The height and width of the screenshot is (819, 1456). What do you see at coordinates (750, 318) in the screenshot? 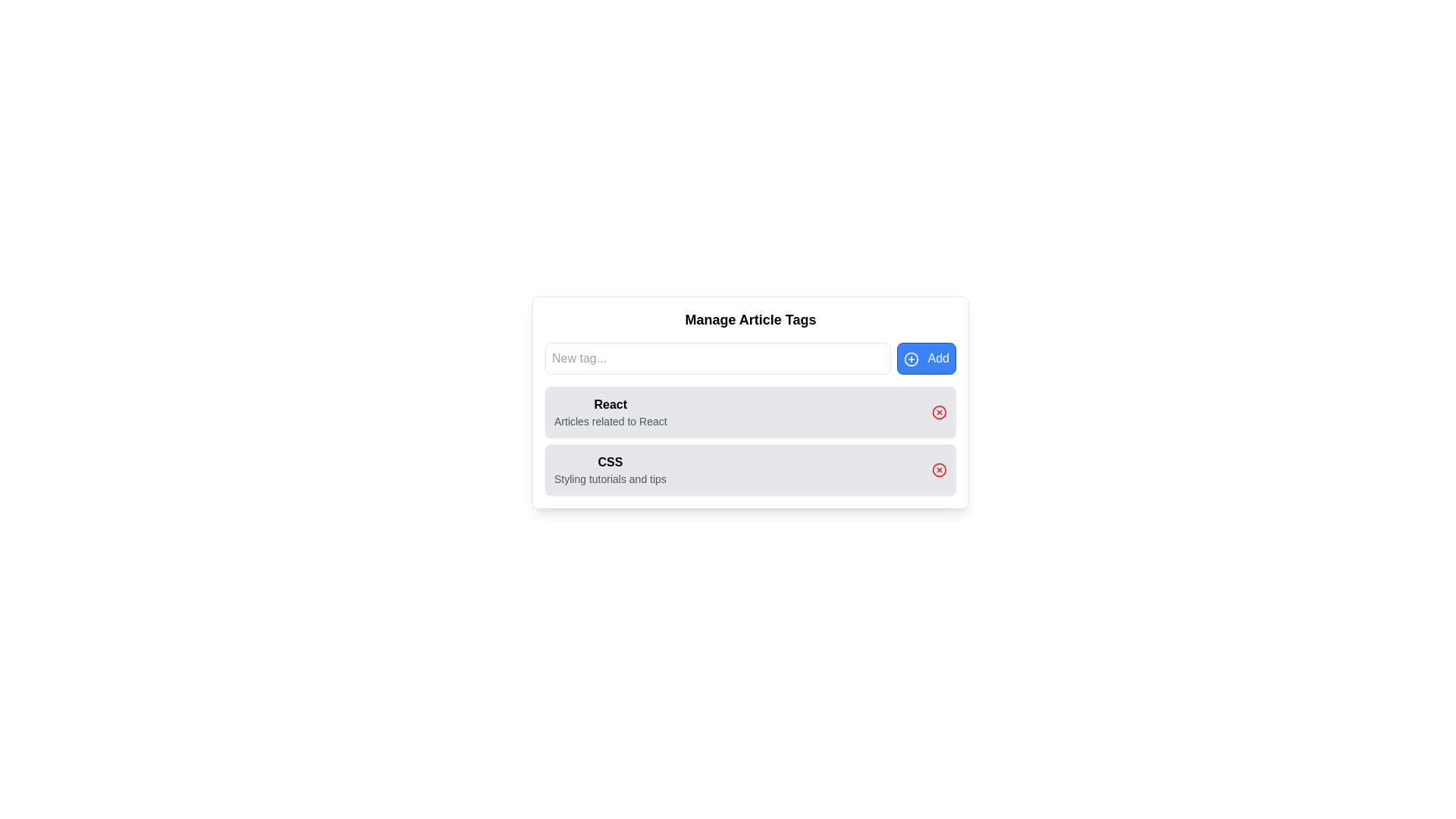
I see `the title label at the top center of the card interface, which indicates the purpose of the section below it` at bounding box center [750, 318].